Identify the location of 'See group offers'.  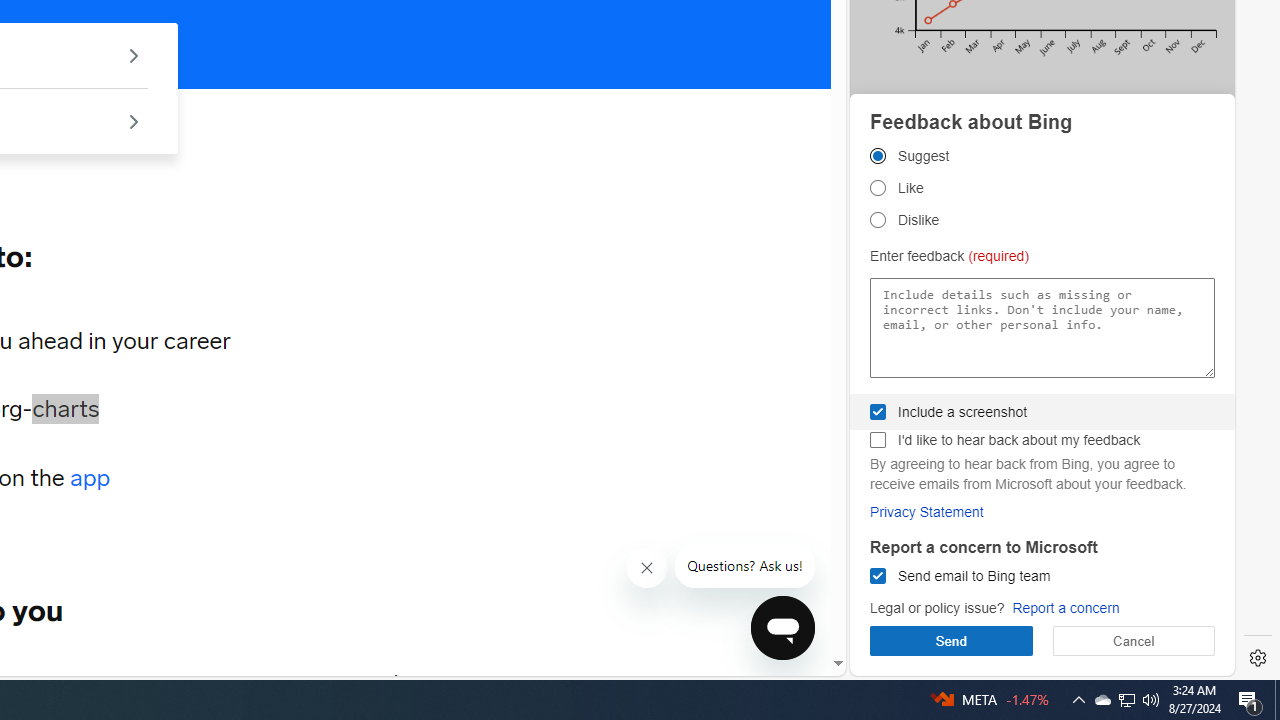
(132, 121).